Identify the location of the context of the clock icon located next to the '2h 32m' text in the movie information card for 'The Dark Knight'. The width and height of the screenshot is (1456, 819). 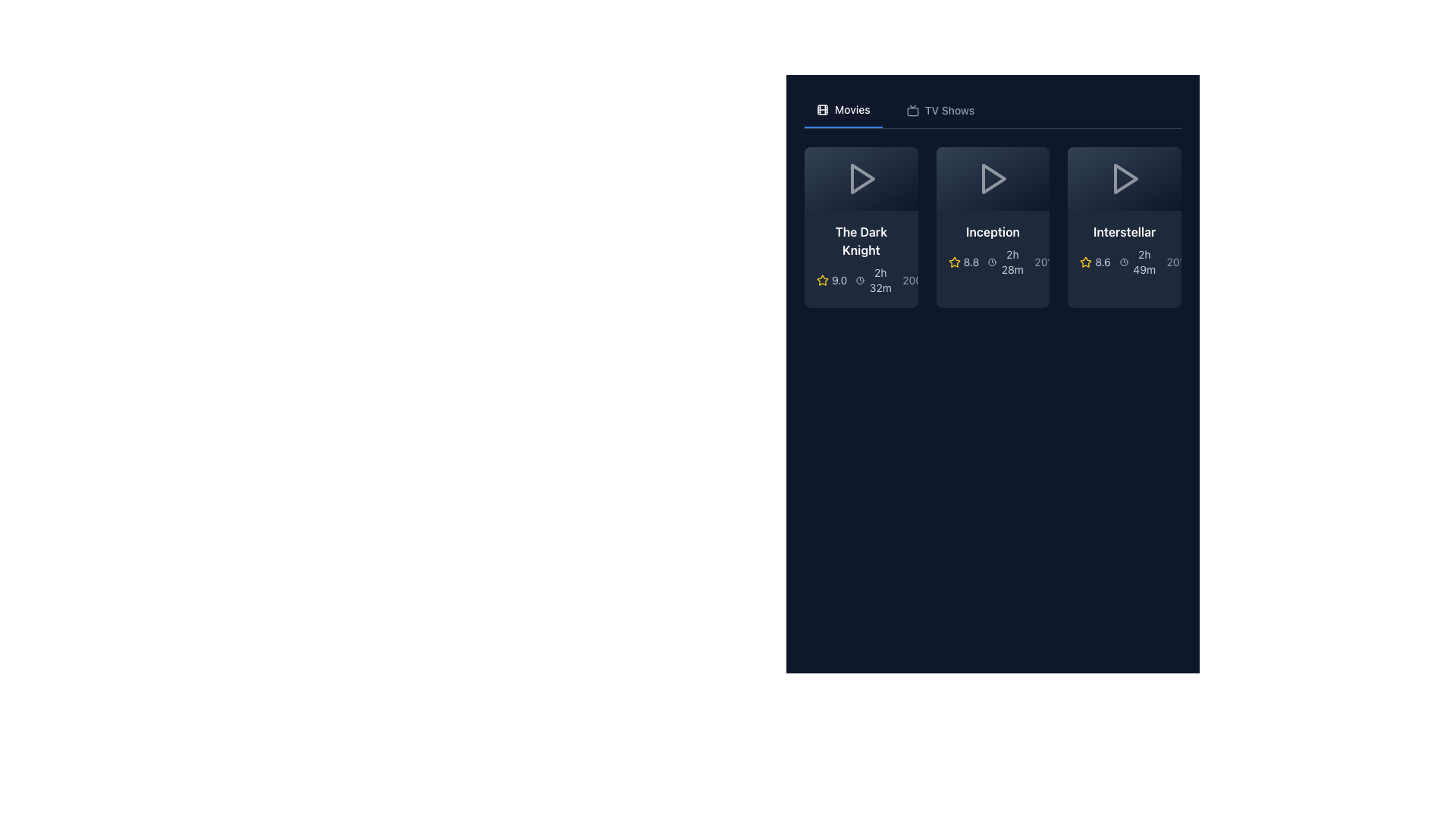
(860, 281).